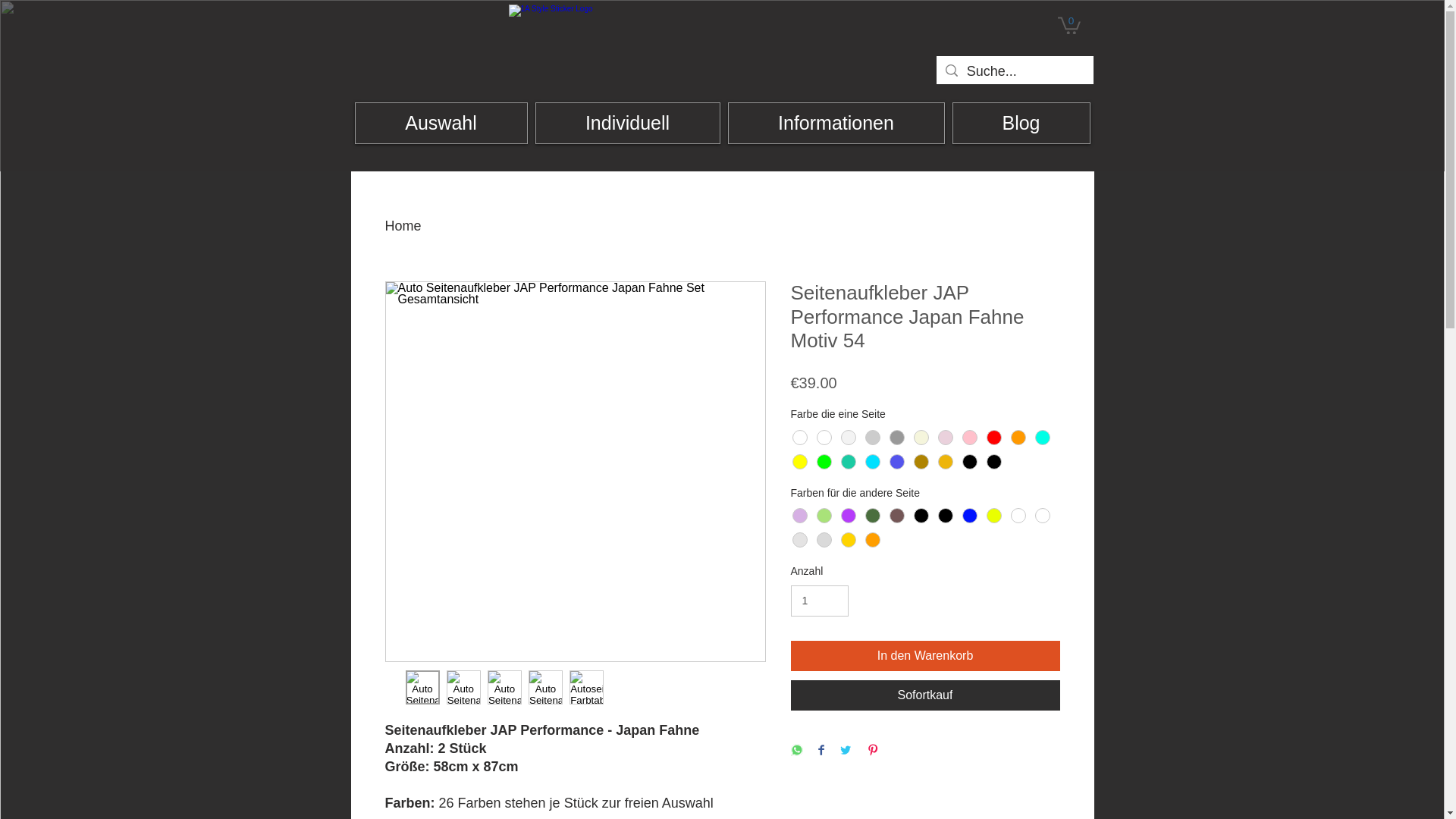 The height and width of the screenshot is (819, 1456). I want to click on 'Blog', so click(1021, 122).